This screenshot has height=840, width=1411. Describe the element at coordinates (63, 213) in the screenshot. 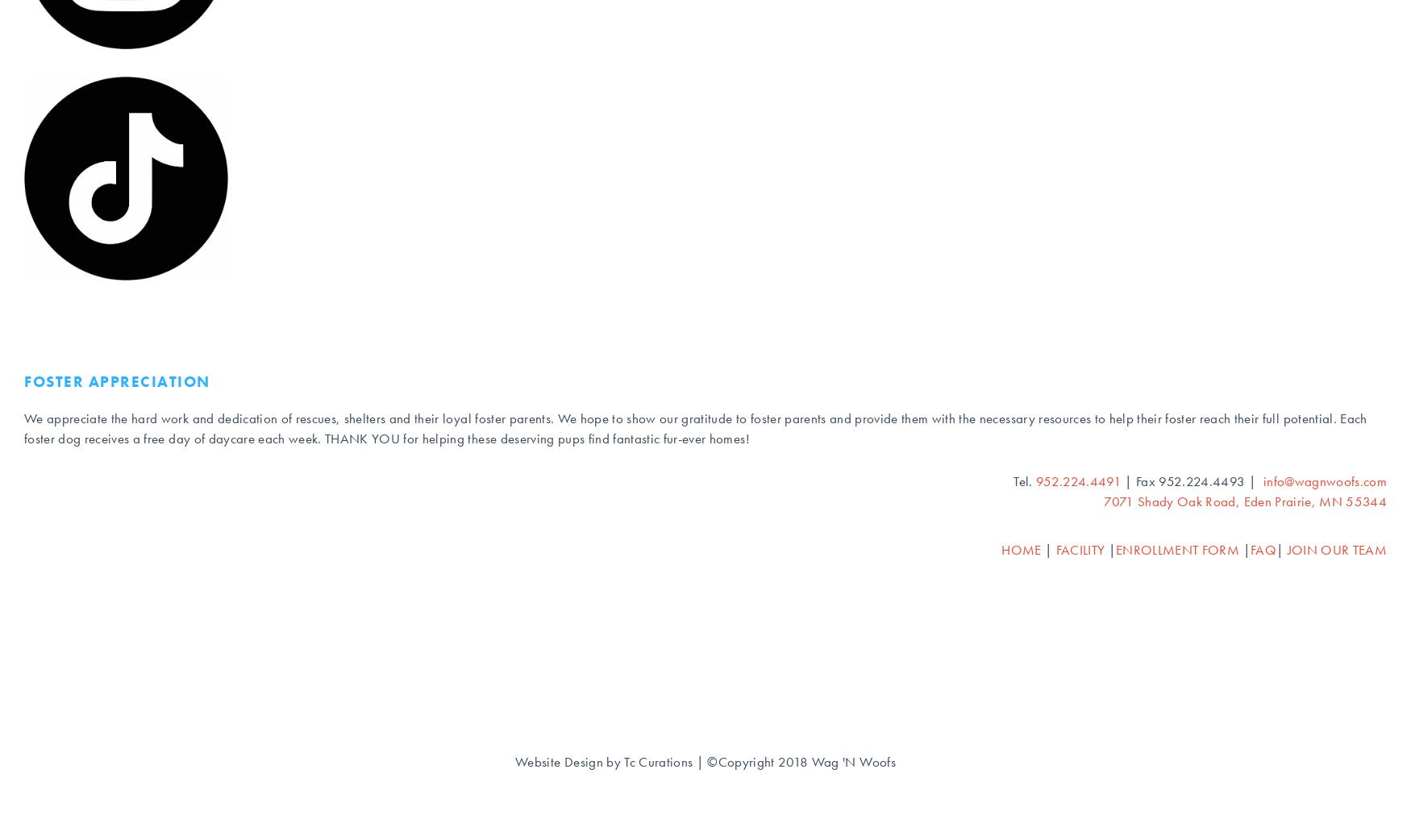

I see `'TIKTOK —'` at that location.